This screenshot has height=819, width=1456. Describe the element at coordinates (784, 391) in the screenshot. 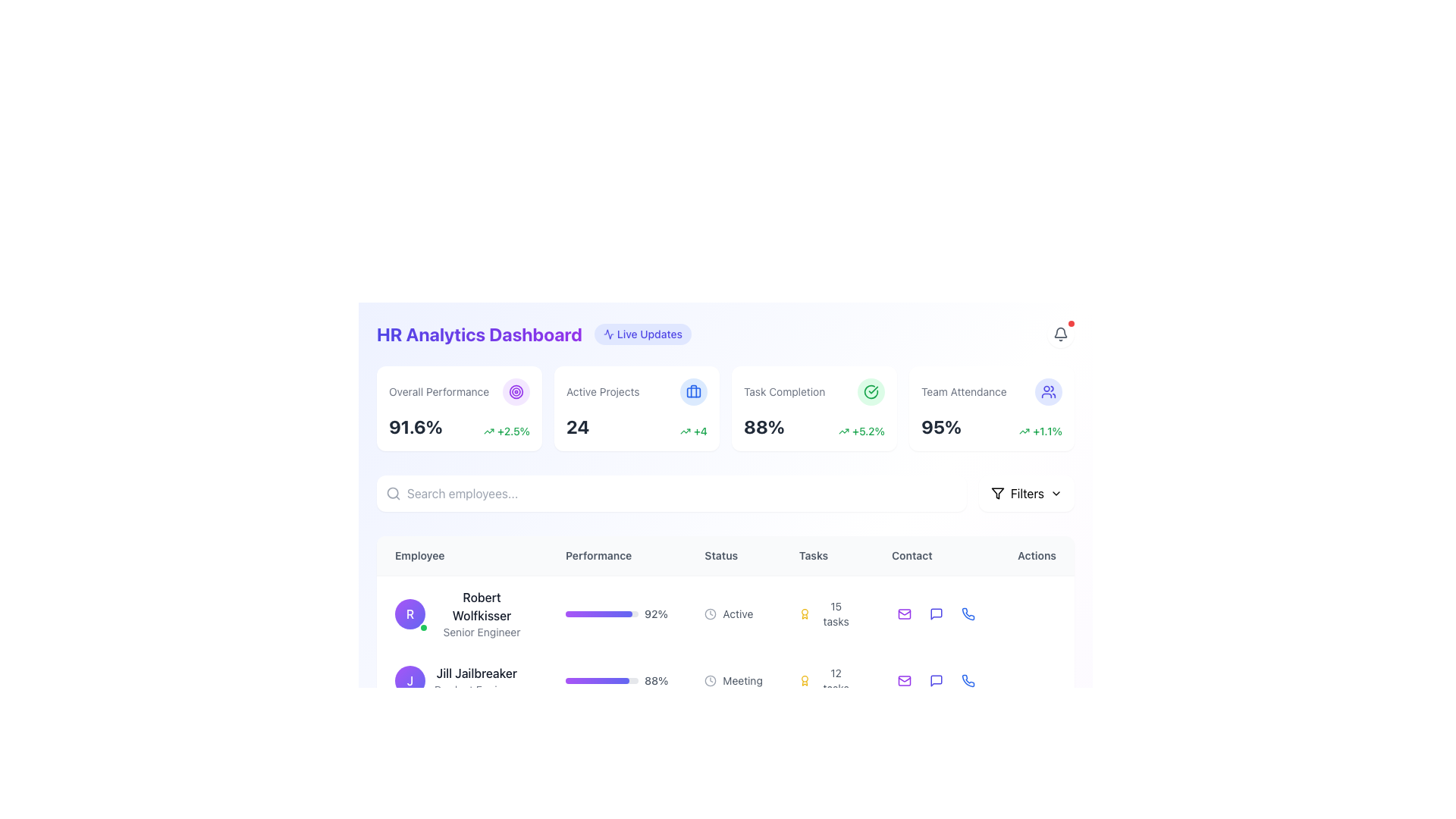

I see `the Text label indicating task completion metrics located in the top section of the dashboard within the third card from the left` at that location.